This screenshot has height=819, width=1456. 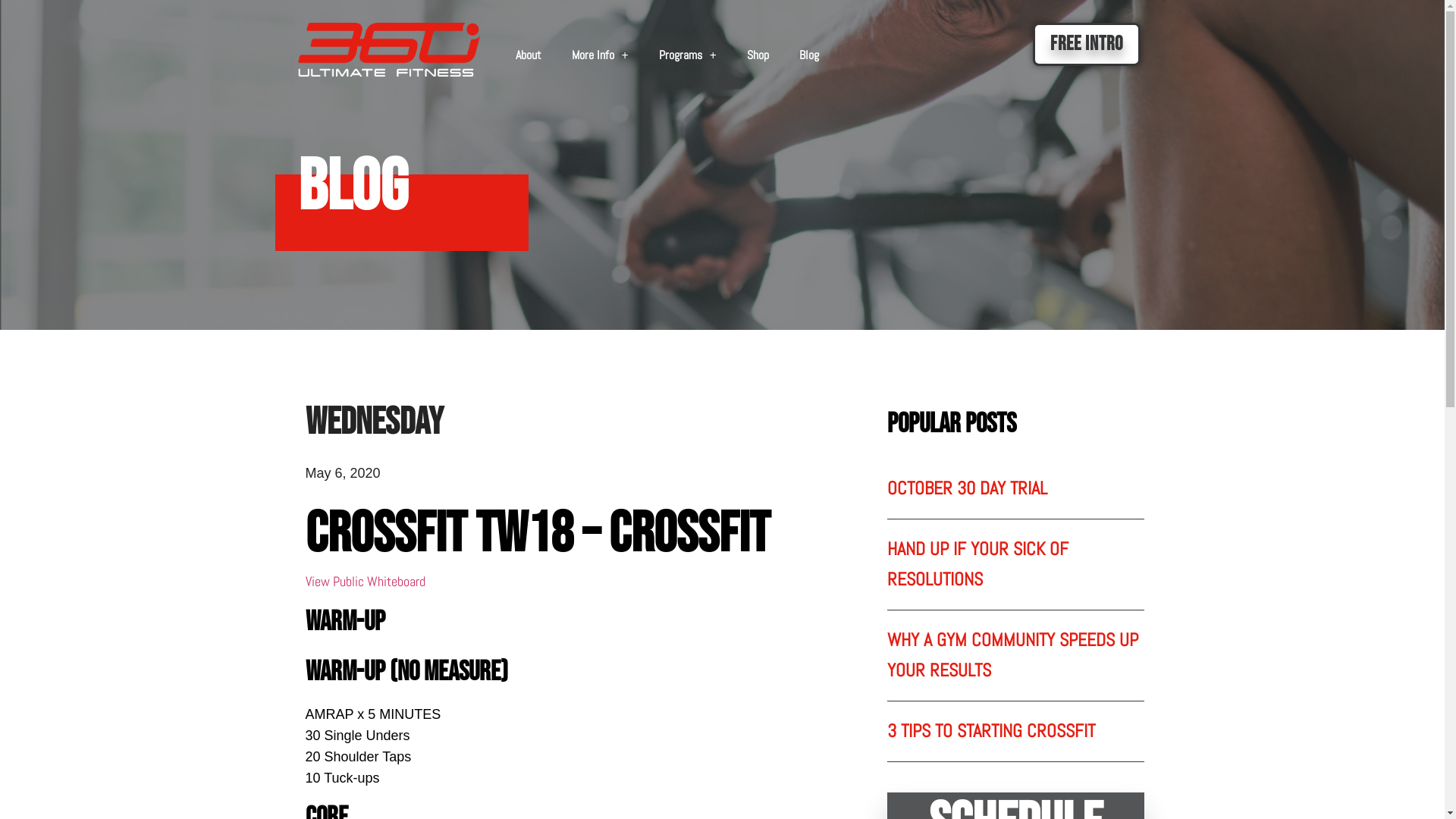 I want to click on 'View Public Whiteboard', so click(x=364, y=580).